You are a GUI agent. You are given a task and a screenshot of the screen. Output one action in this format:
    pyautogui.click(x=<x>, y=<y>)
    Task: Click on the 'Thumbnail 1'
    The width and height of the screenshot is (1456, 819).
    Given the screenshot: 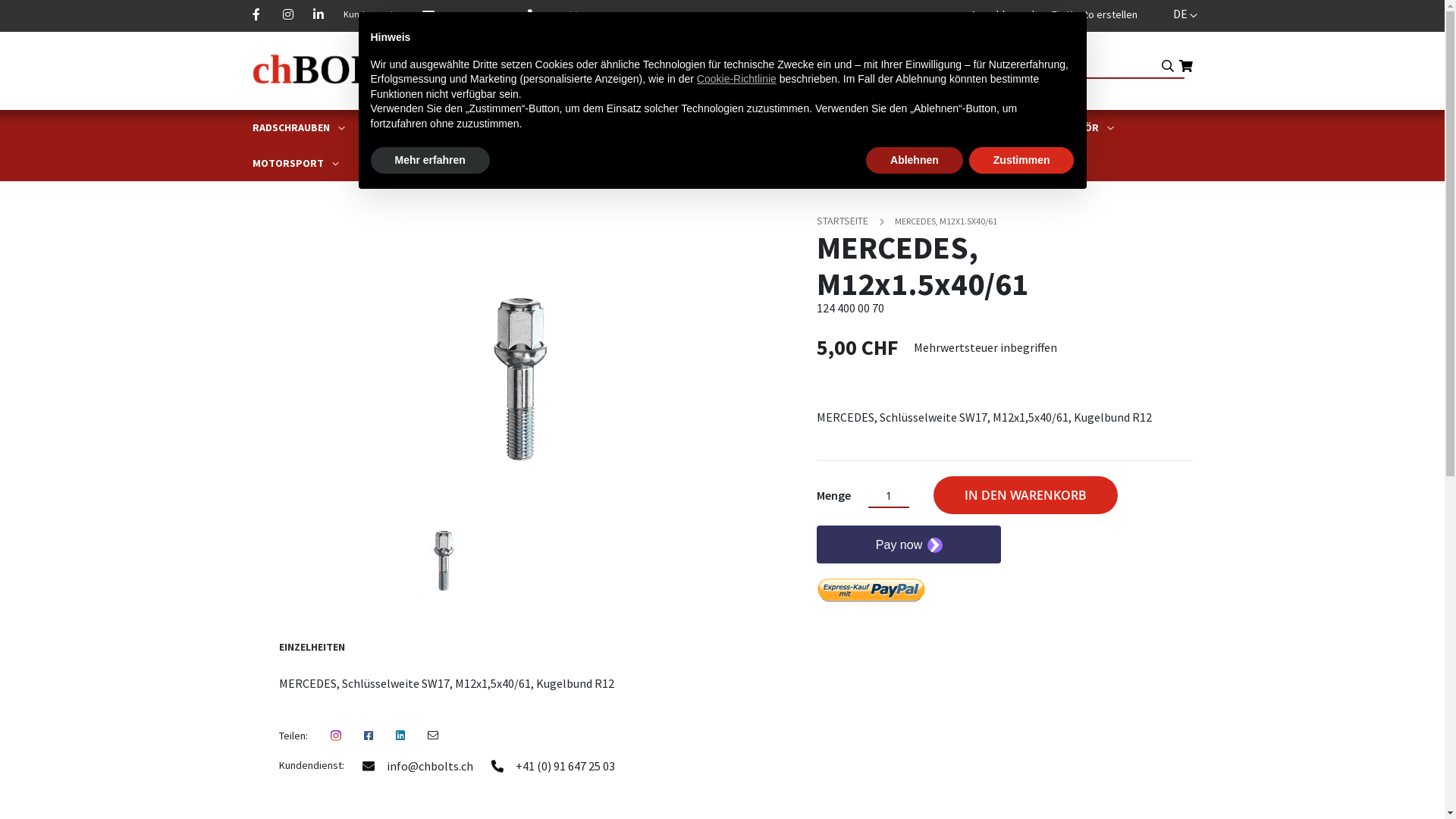 What is the action you would take?
    pyautogui.click(x=443, y=558)
    